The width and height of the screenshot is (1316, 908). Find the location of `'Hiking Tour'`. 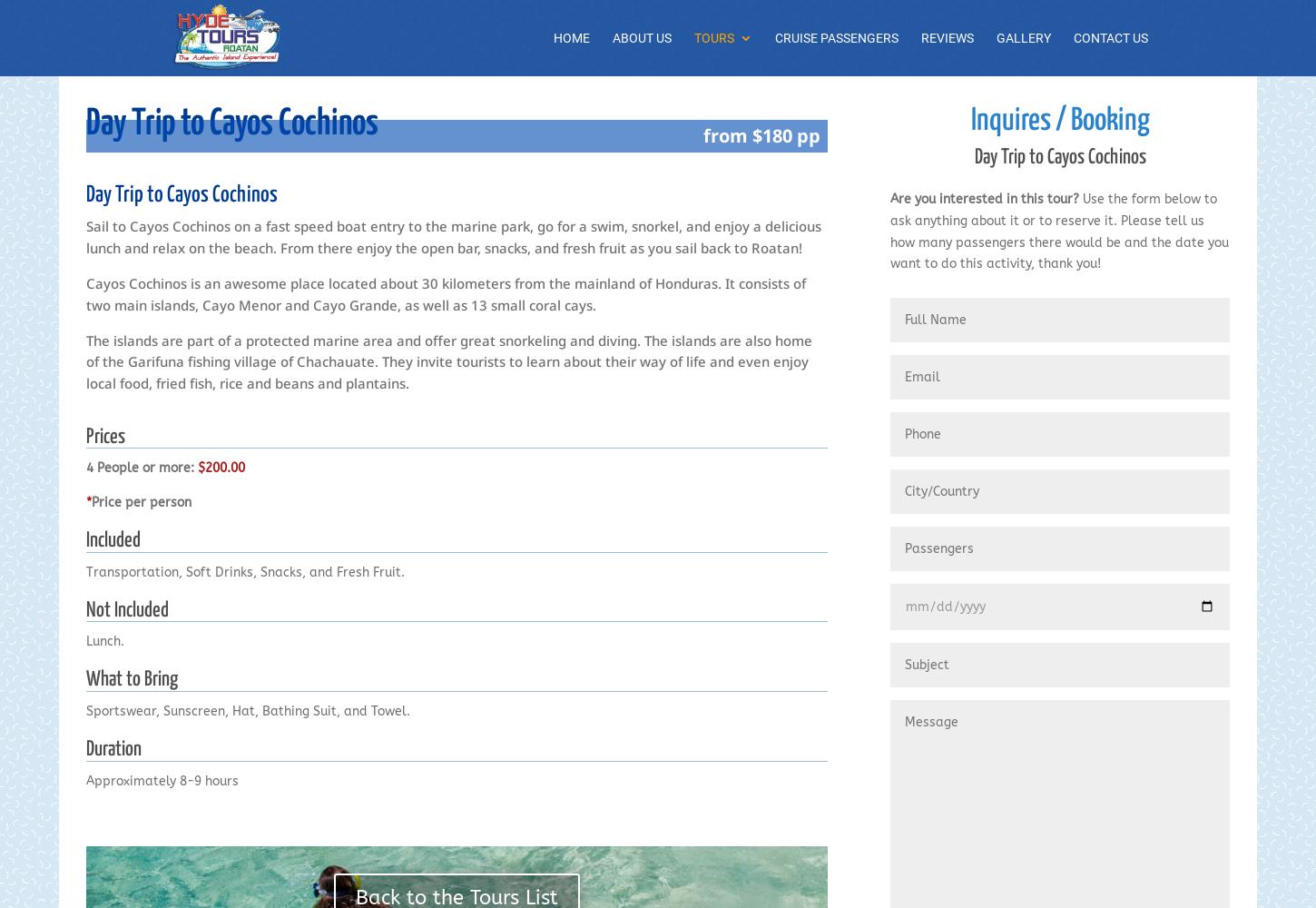

'Hiking Tour' is located at coordinates (768, 693).